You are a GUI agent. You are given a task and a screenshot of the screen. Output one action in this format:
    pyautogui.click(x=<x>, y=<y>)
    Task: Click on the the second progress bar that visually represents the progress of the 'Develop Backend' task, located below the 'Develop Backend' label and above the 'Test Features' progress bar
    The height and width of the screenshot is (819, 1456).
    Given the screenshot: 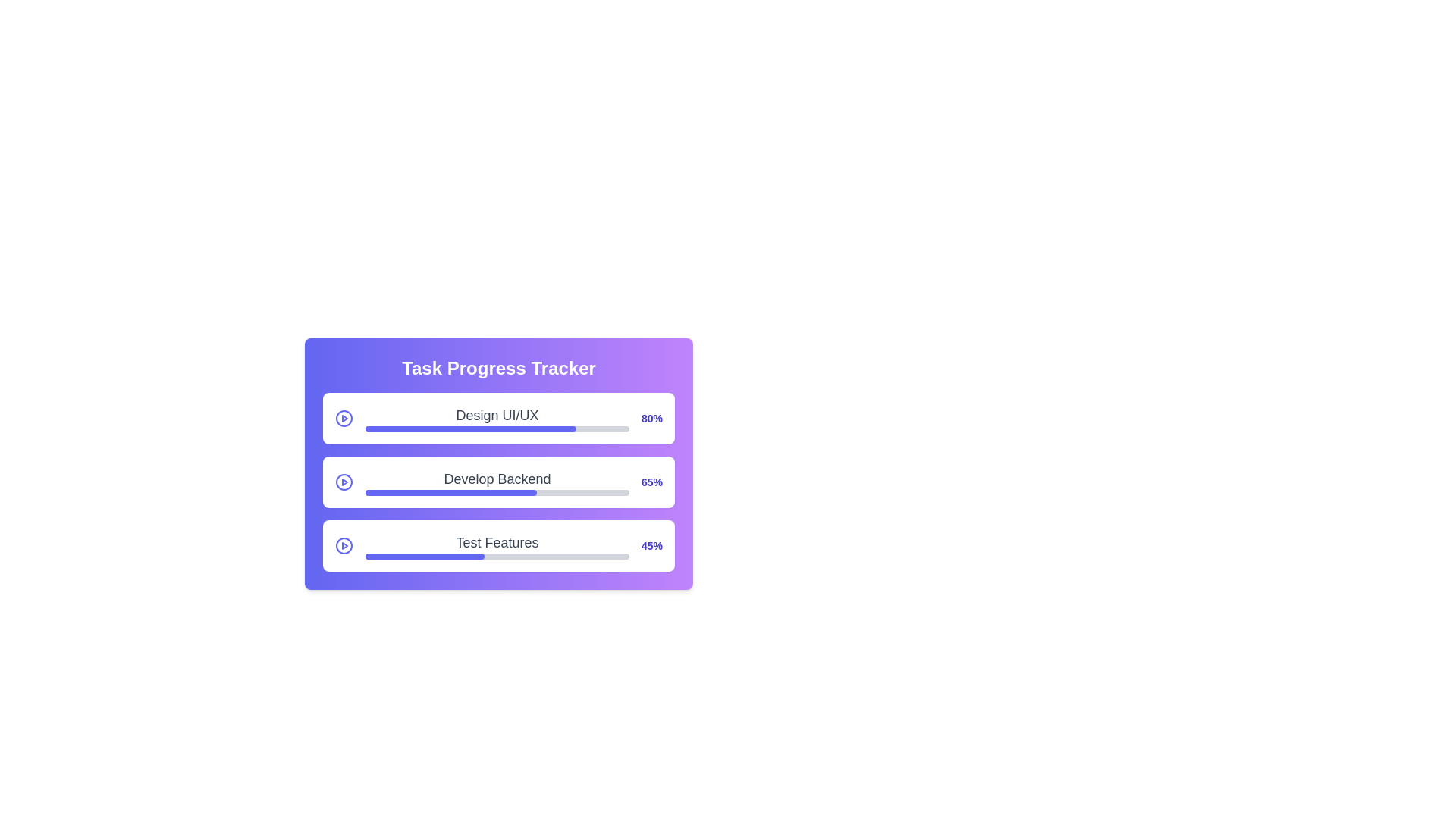 What is the action you would take?
    pyautogui.click(x=497, y=493)
    